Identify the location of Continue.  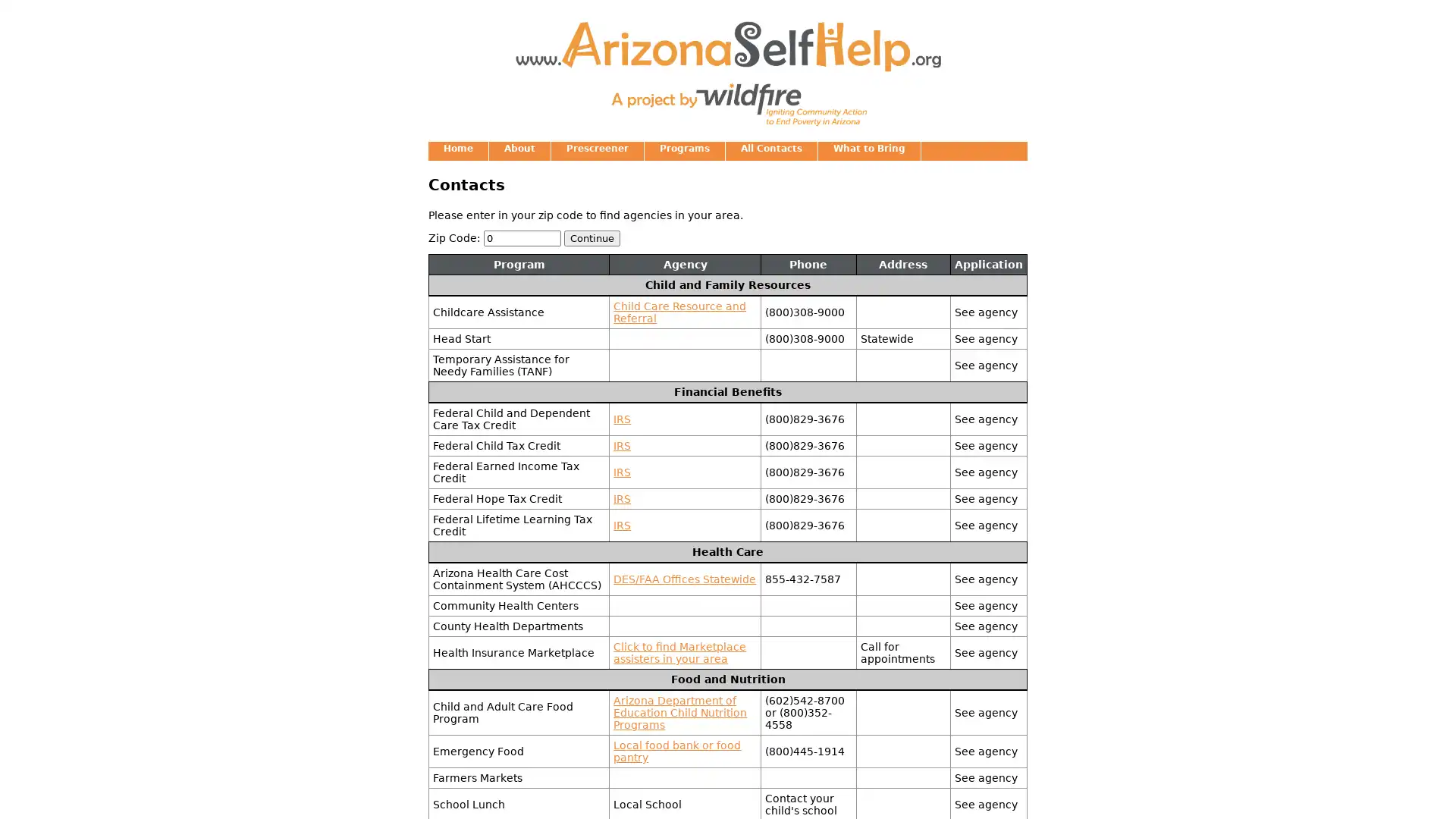
(591, 237).